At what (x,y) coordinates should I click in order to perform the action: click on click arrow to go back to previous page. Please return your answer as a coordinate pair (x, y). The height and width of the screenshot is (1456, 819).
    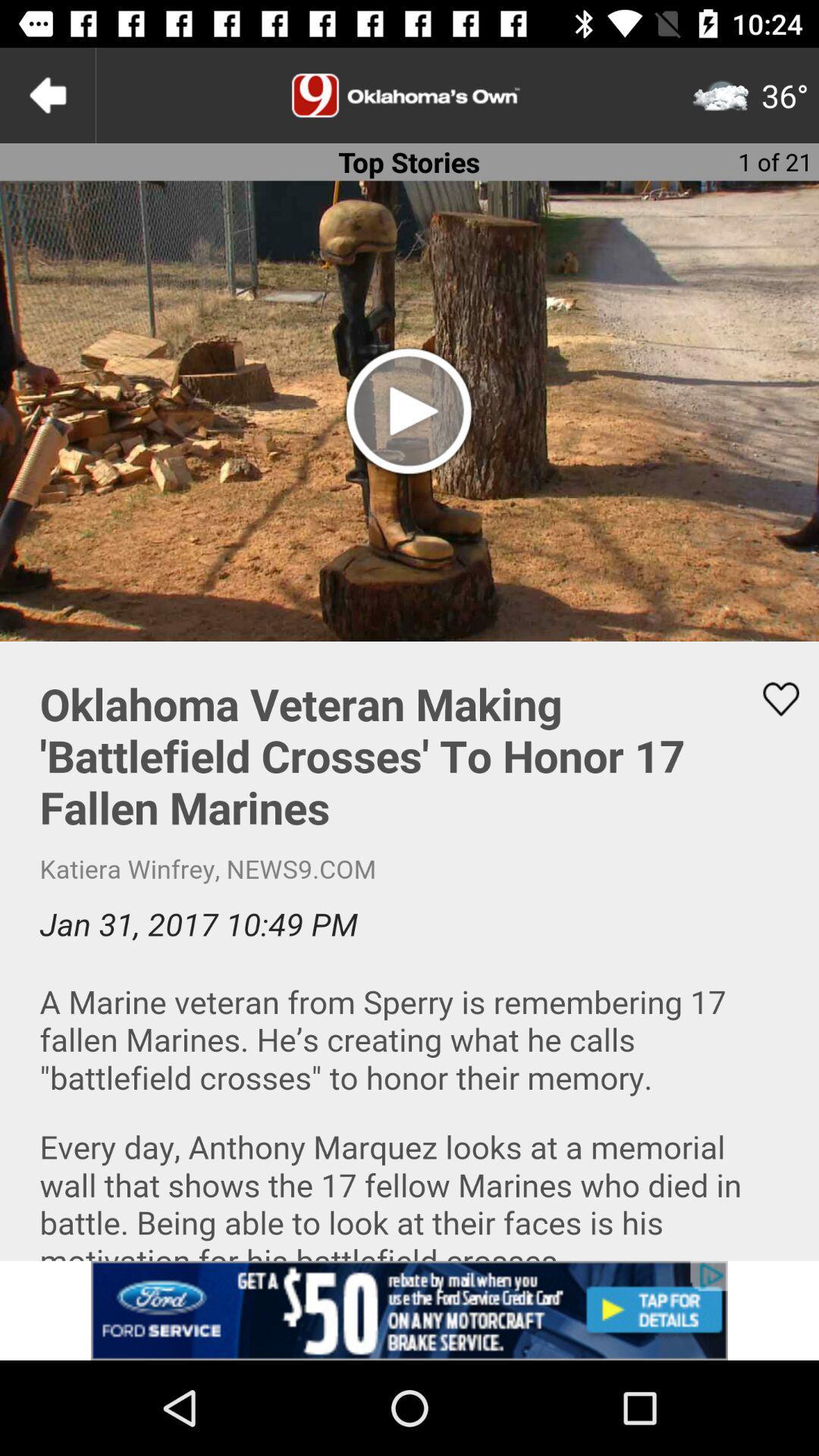
    Looking at the image, I should click on (46, 94).